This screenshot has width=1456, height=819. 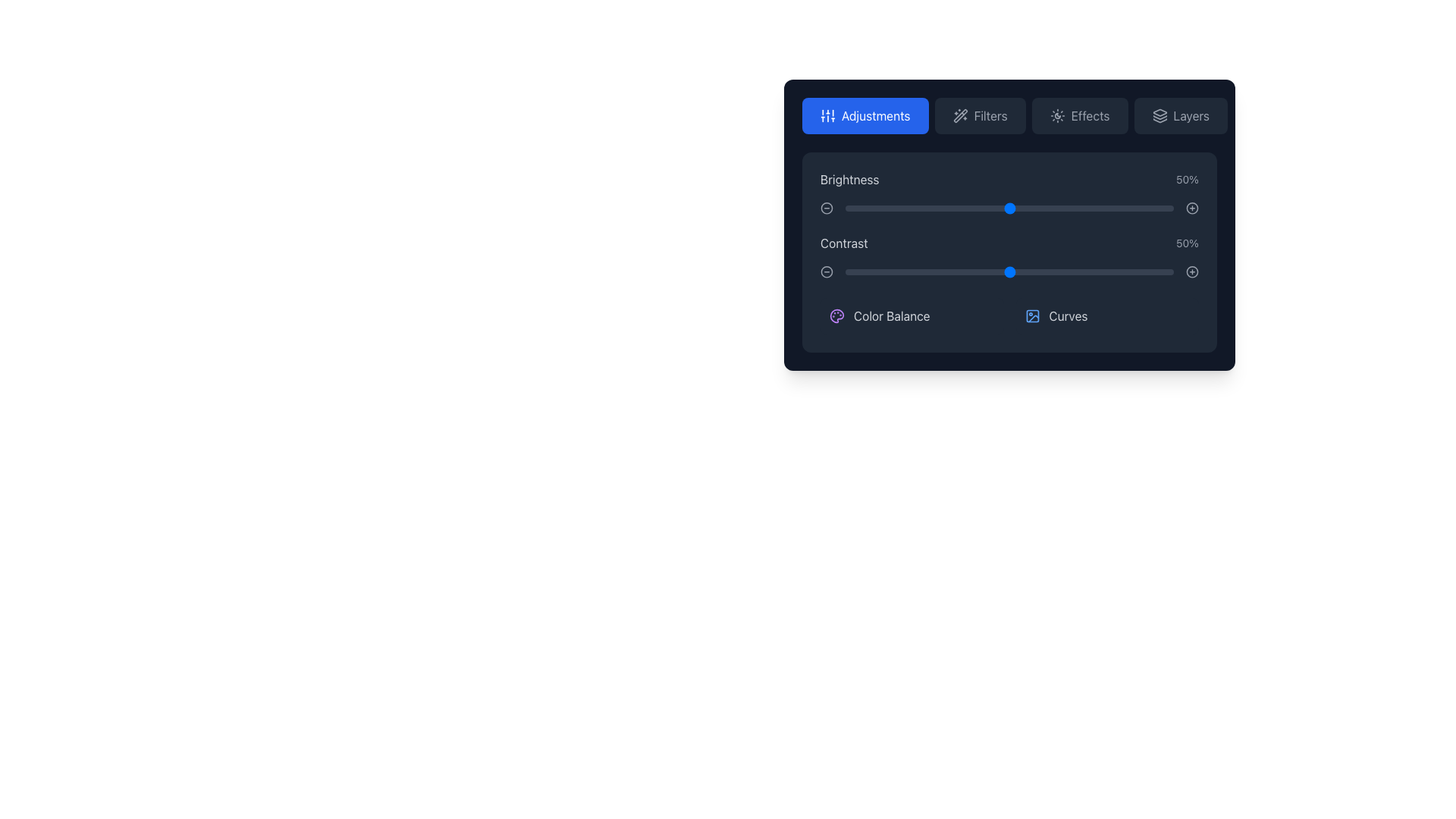 What do you see at coordinates (1114, 271) in the screenshot?
I see `the contrast level` at bounding box center [1114, 271].